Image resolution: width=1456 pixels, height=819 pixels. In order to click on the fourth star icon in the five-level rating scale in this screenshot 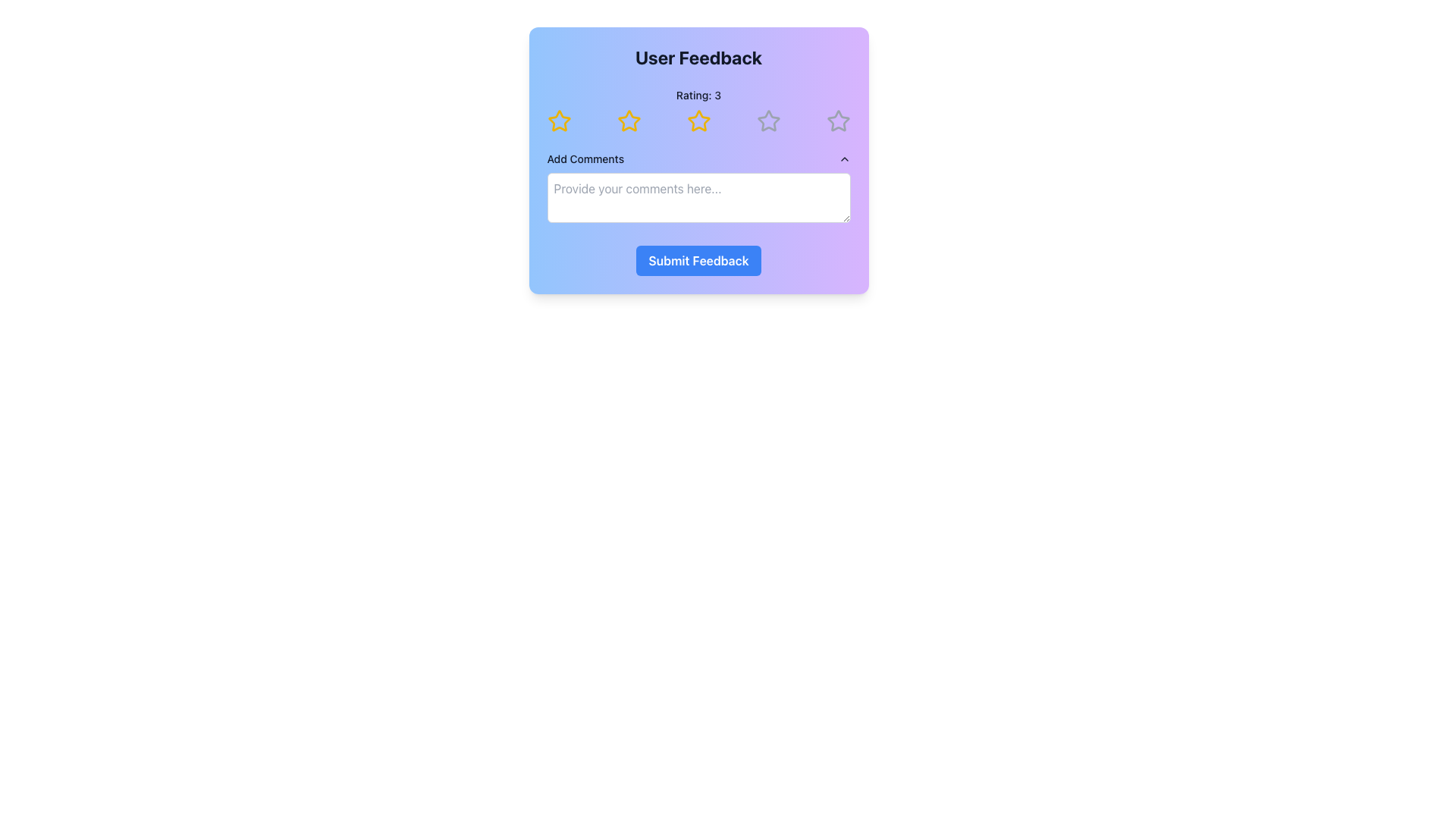, I will do `click(768, 120)`.